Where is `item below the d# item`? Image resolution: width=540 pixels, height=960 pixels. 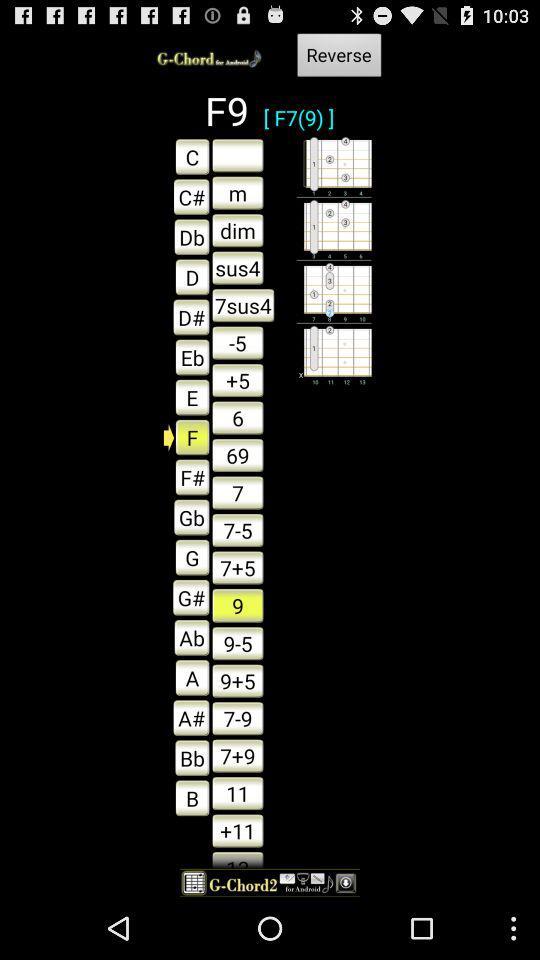
item below the d# item is located at coordinates (187, 357).